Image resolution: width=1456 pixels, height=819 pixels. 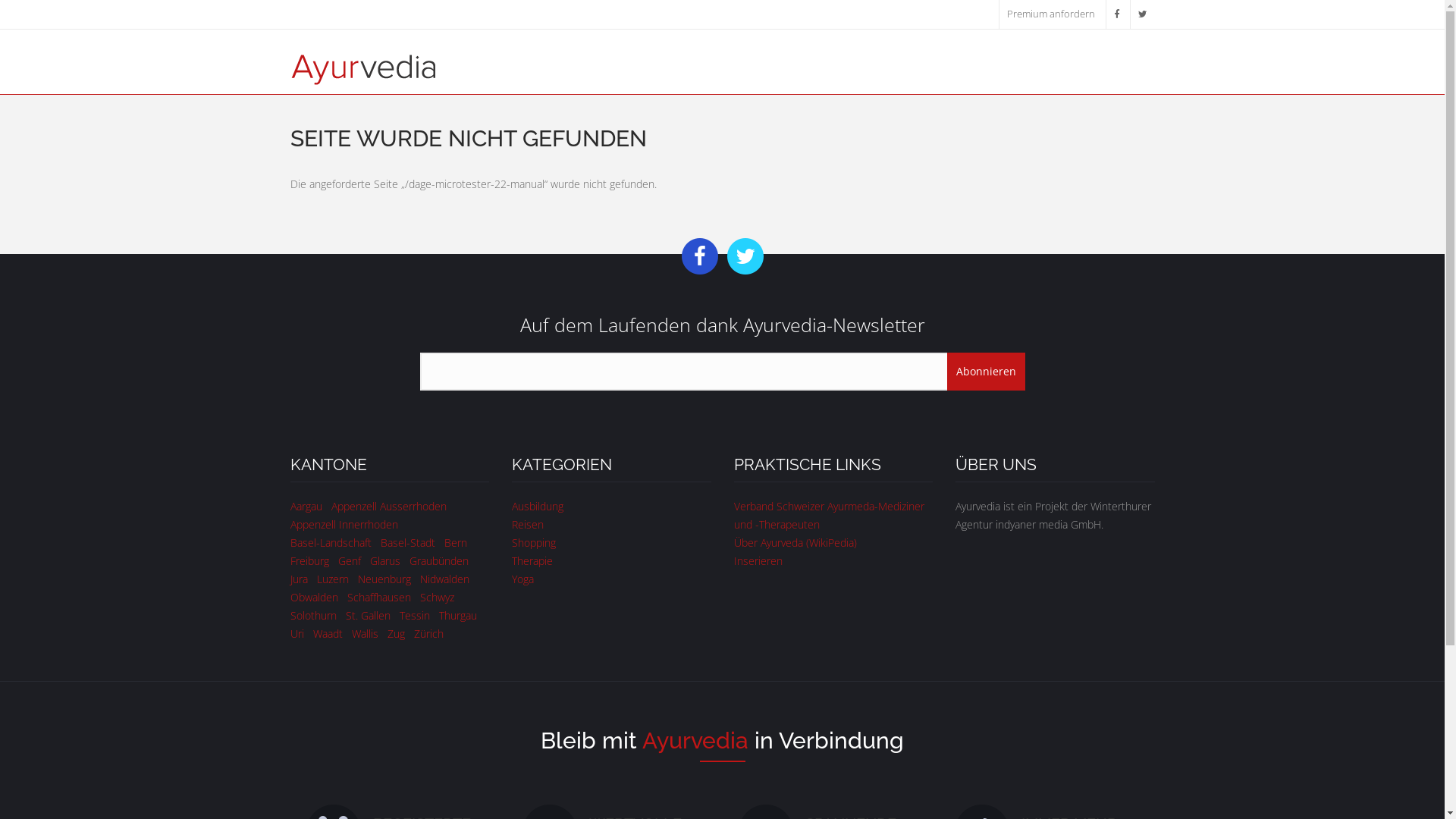 I want to click on 'Schwyz', so click(x=436, y=596).